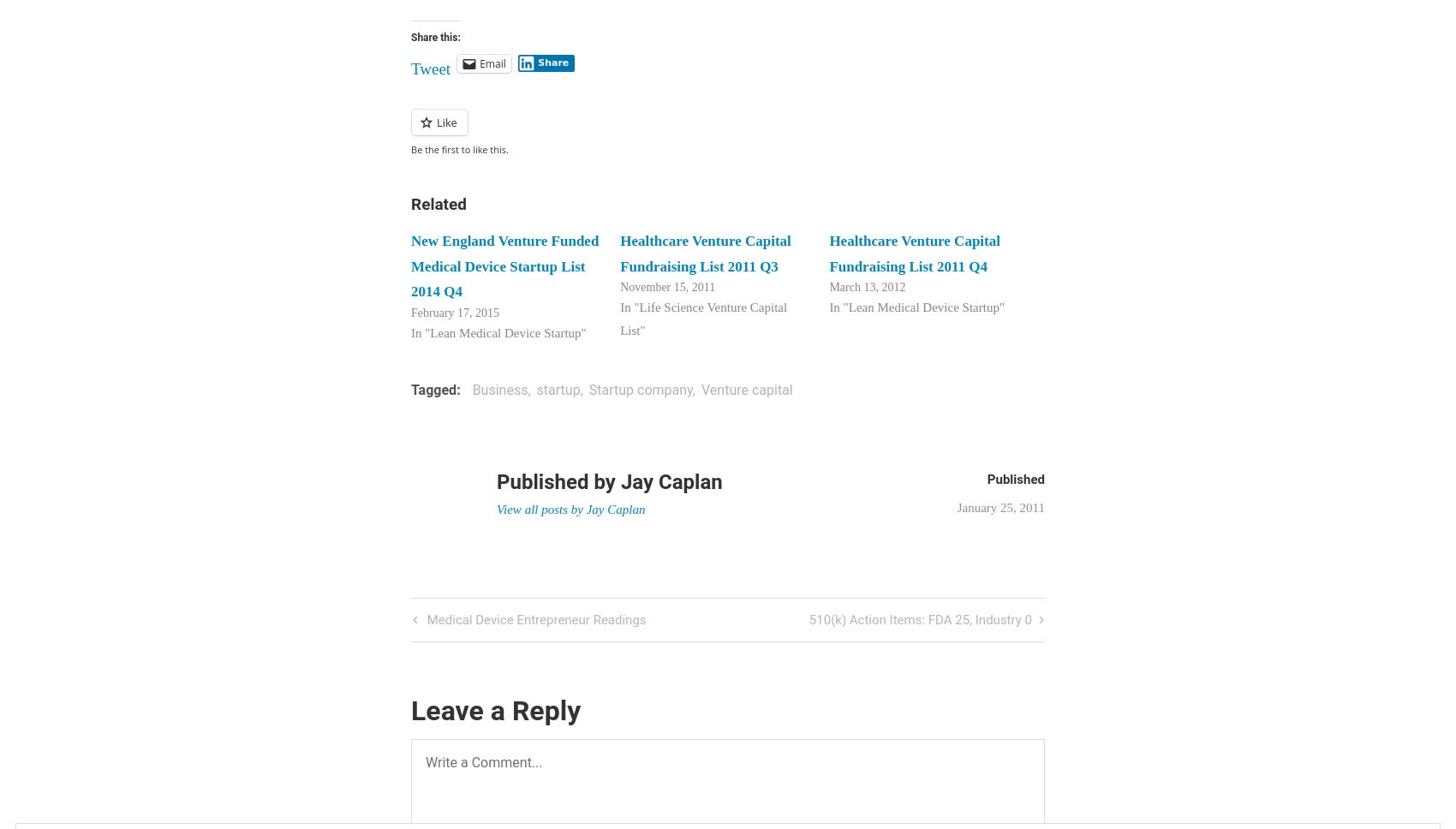 This screenshot has height=829, width=1456. Describe the element at coordinates (558, 480) in the screenshot. I see `'Published by'` at that location.